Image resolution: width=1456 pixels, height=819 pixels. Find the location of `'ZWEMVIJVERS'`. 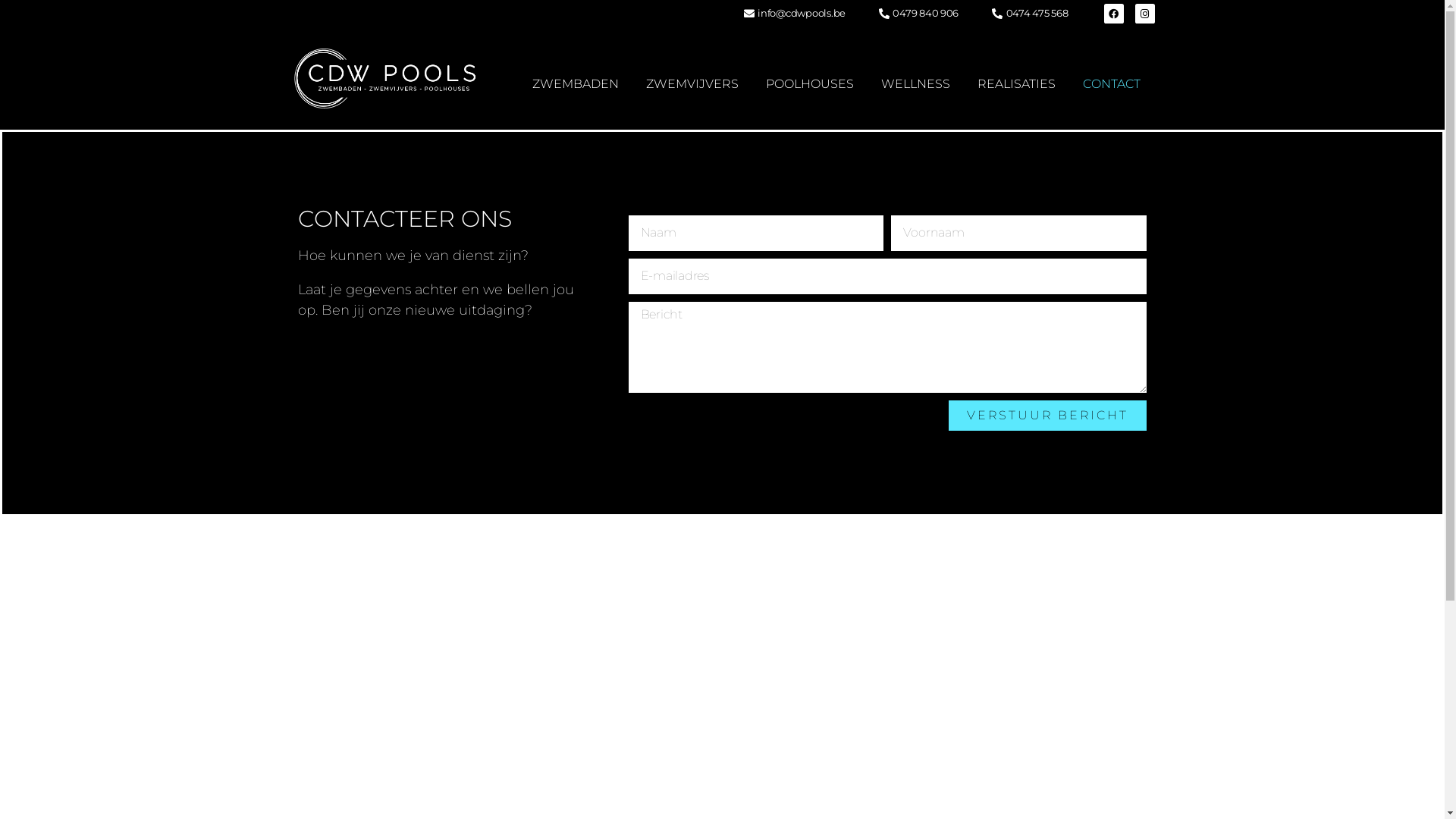

'ZWEMVIJVERS' is located at coordinates (691, 84).